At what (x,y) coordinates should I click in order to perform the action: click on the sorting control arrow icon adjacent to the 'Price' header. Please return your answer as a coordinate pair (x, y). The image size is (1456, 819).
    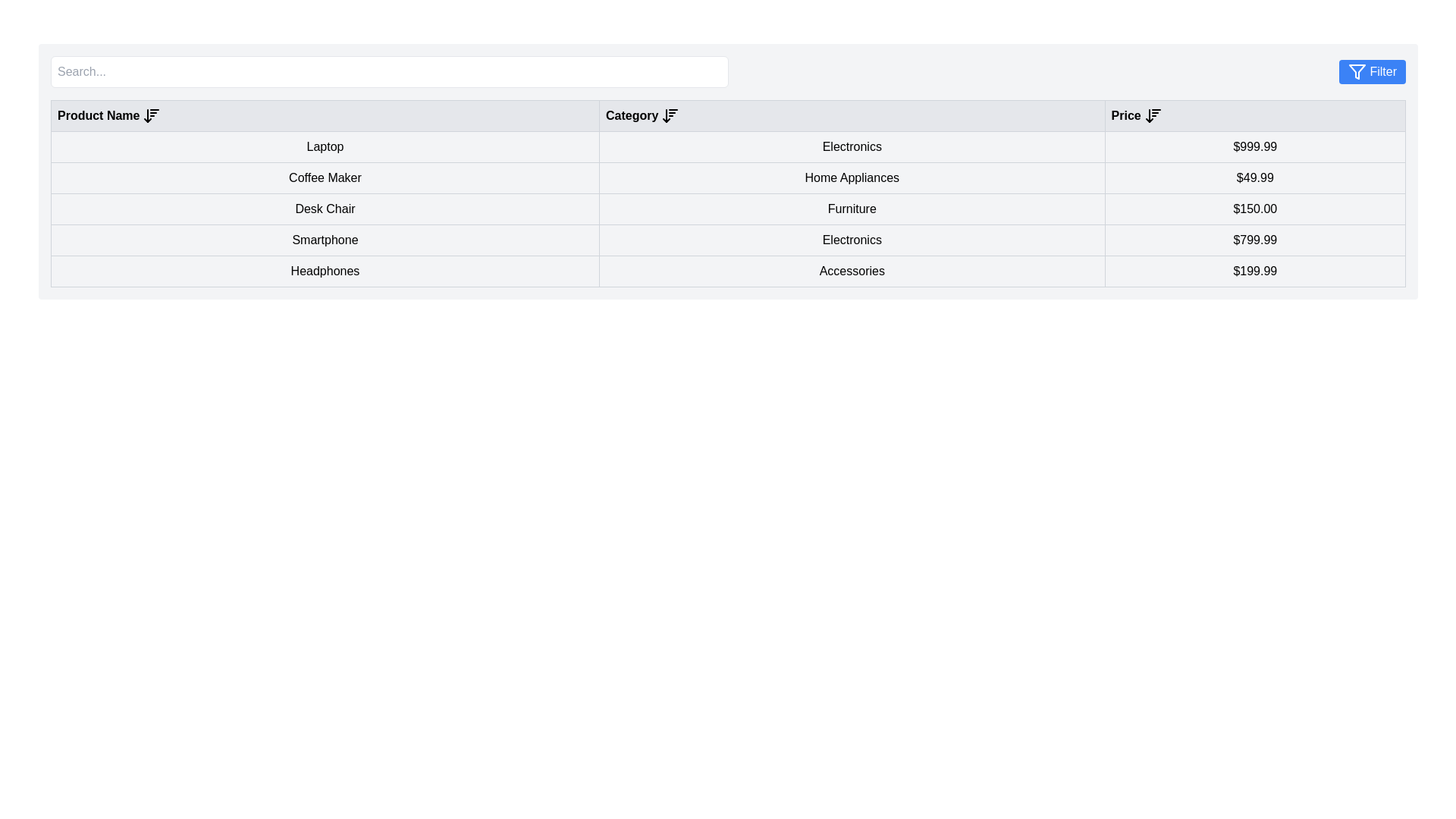
    Looking at the image, I should click on (1153, 115).